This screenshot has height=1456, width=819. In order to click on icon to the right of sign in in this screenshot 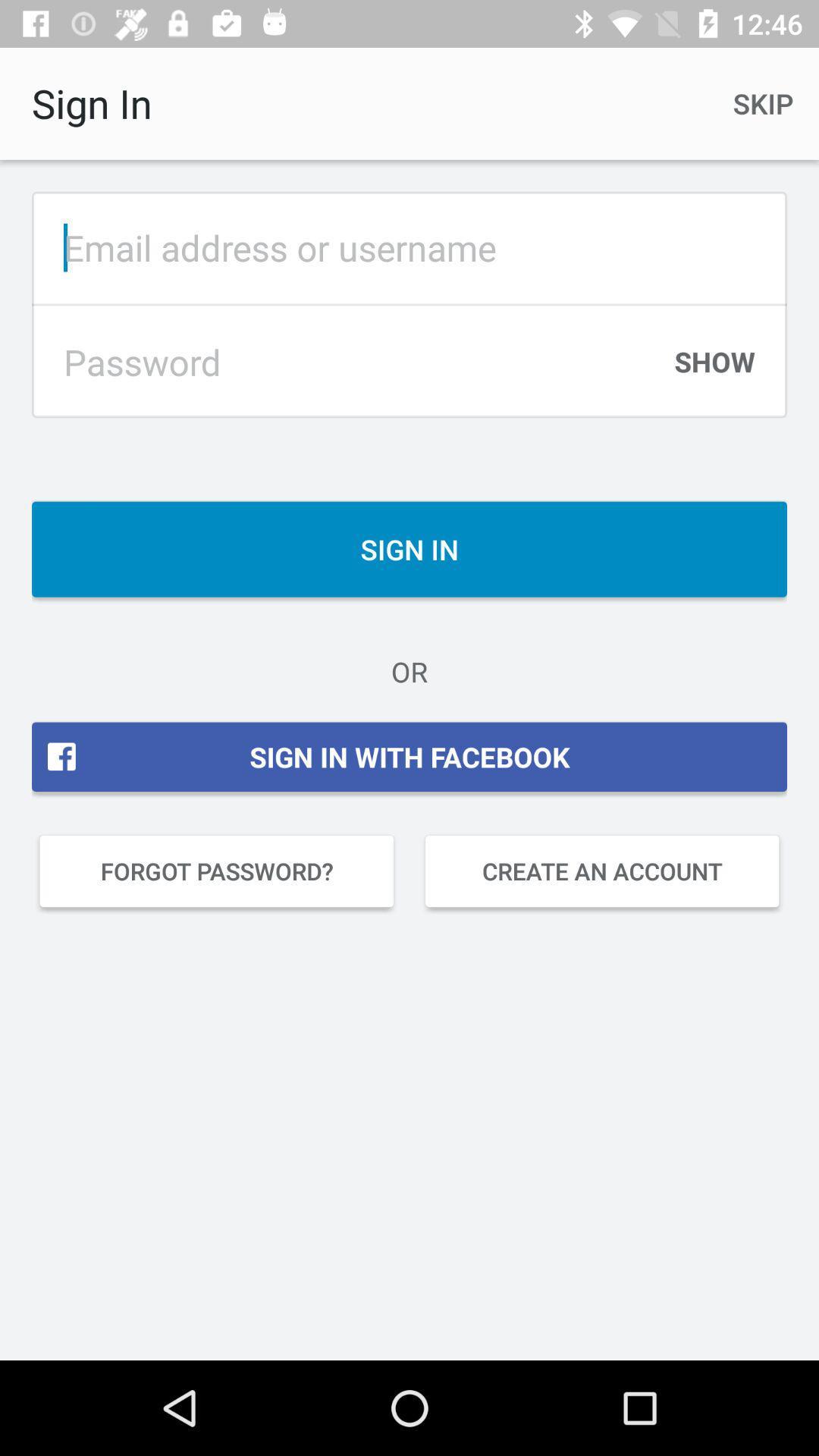, I will do `click(763, 102)`.